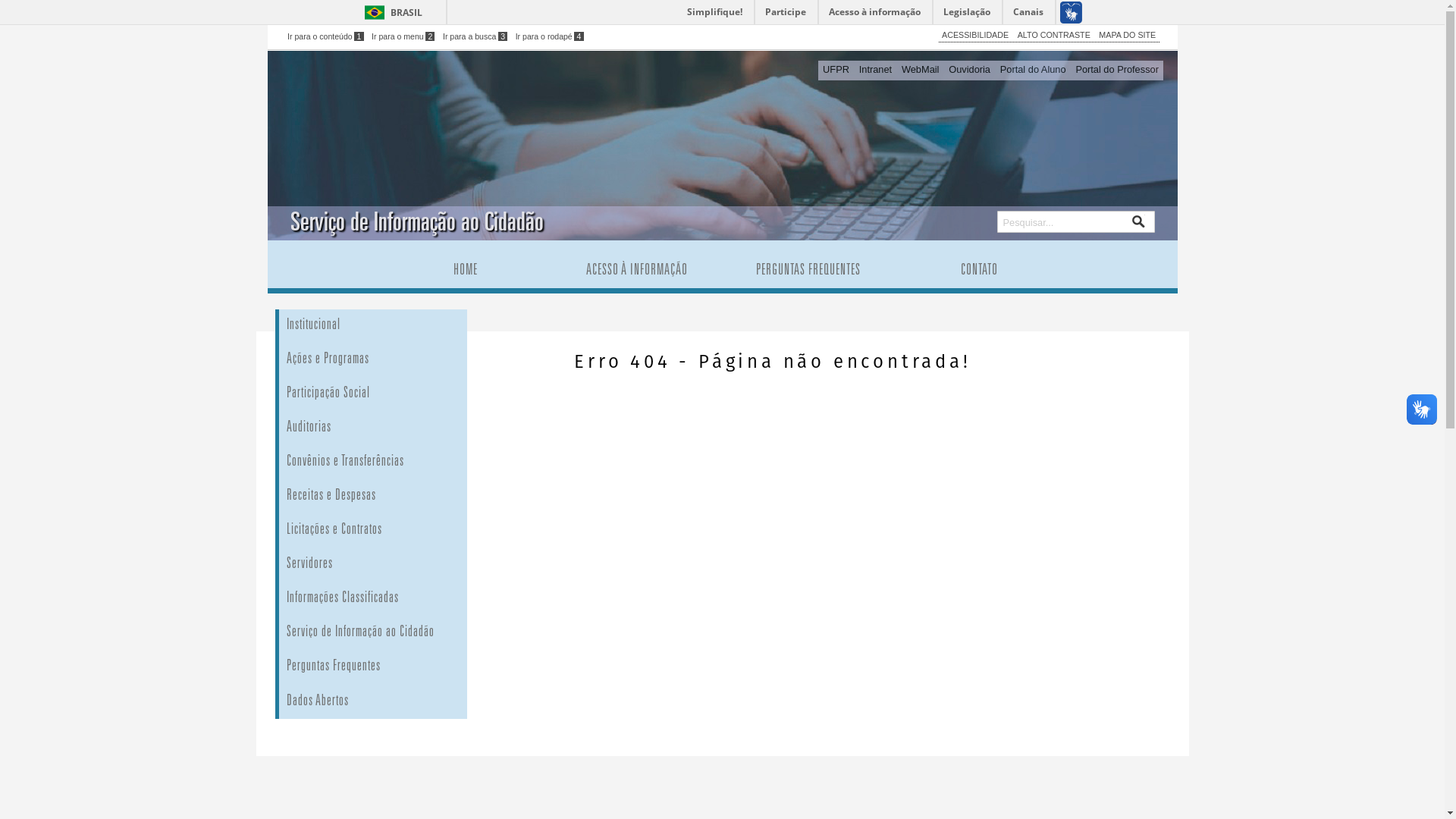 The image size is (1456, 819). Describe the element at coordinates (1117, 70) in the screenshot. I see `'Portal do Professor'` at that location.